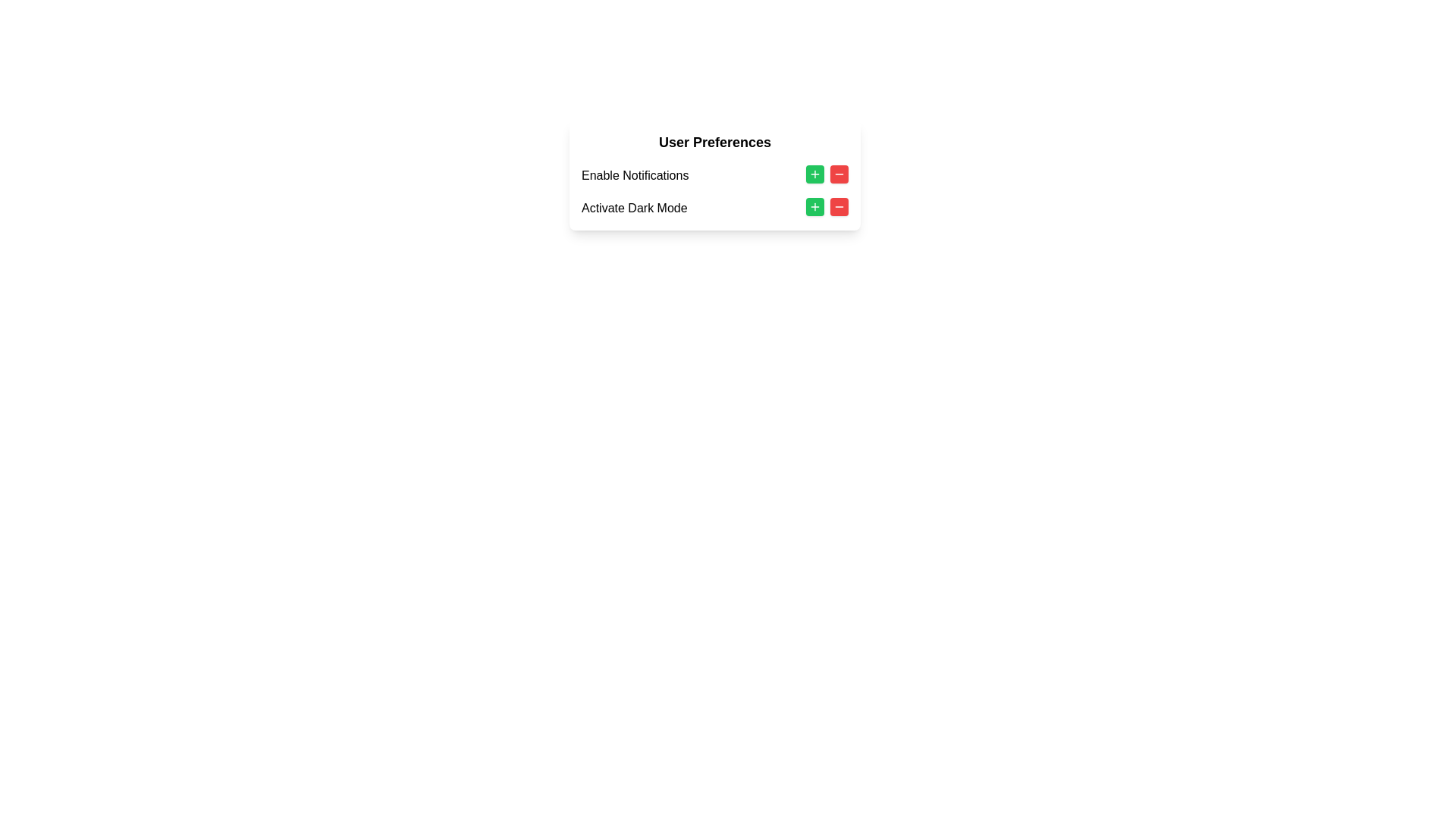  What do you see at coordinates (826, 207) in the screenshot?
I see `the green button in the Control group located in the second row of the 'User Preferences' dialog, adjacent to the 'Activate Dark Mode' label, to increase a value` at bounding box center [826, 207].